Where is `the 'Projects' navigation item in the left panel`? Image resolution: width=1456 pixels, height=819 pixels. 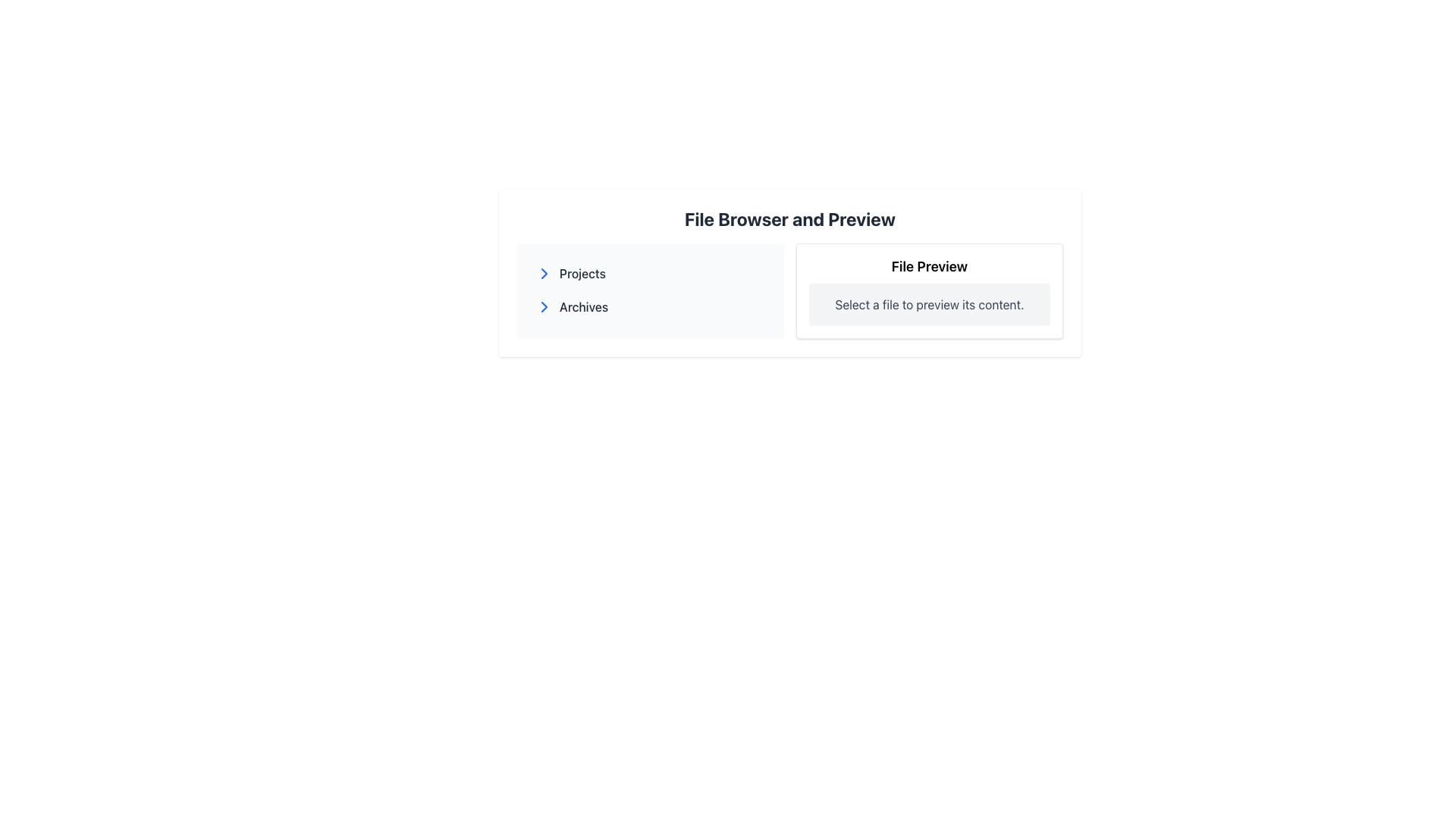
the 'Projects' navigation item in the left panel is located at coordinates (651, 274).